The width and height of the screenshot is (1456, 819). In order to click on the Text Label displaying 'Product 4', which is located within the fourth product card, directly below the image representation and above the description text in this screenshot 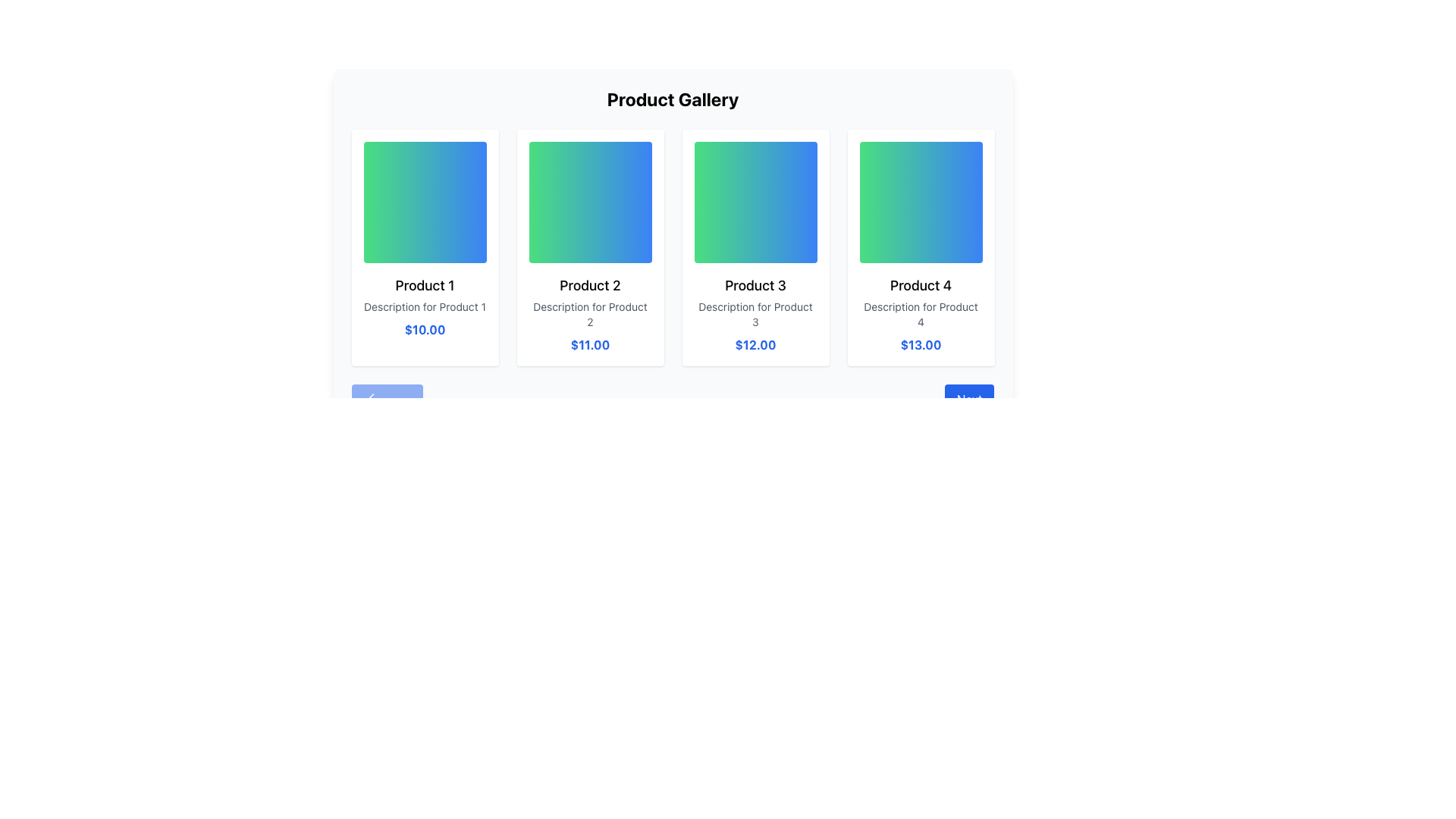, I will do `click(920, 286)`.